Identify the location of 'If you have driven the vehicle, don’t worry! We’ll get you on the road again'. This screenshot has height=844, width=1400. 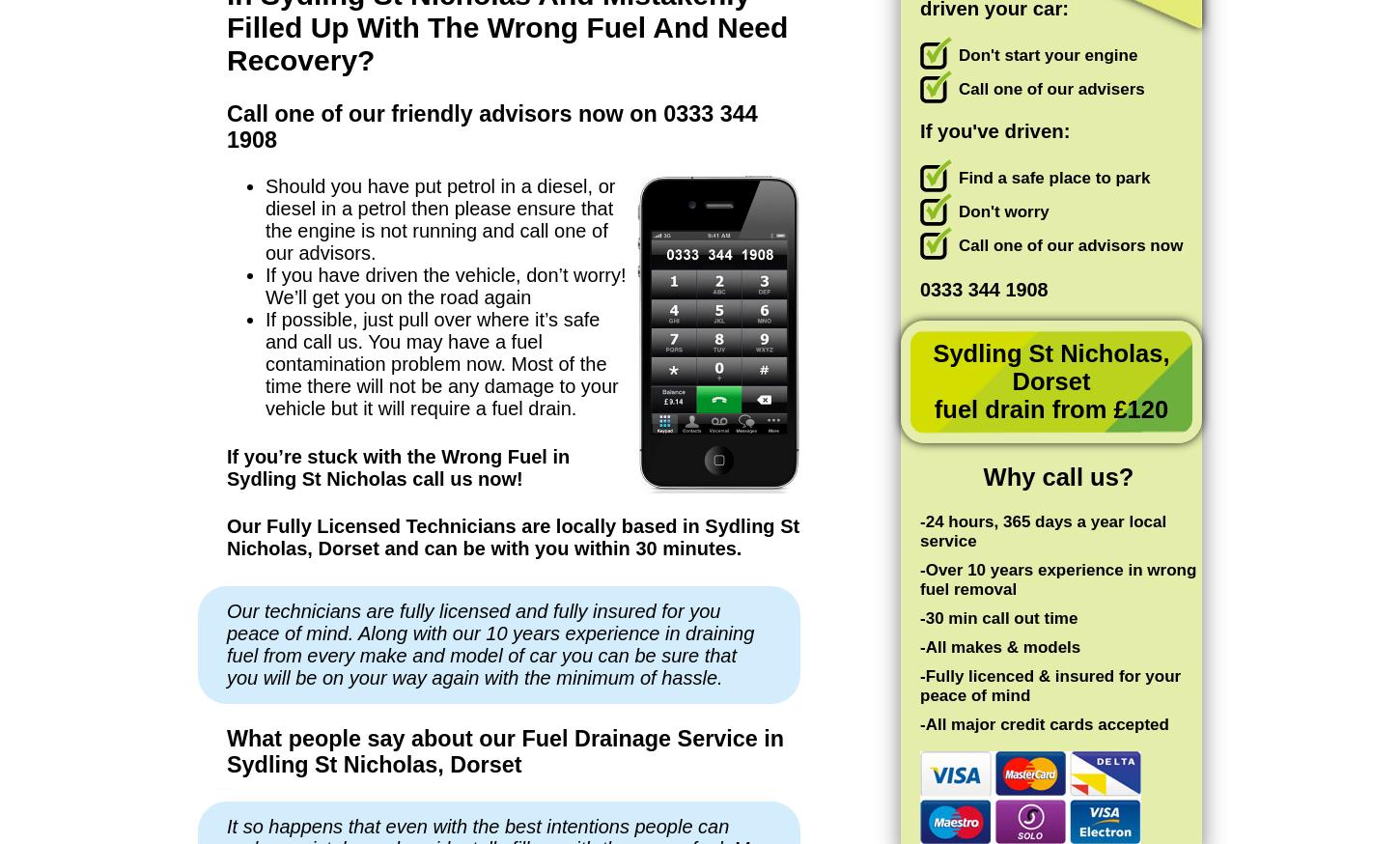
(444, 284).